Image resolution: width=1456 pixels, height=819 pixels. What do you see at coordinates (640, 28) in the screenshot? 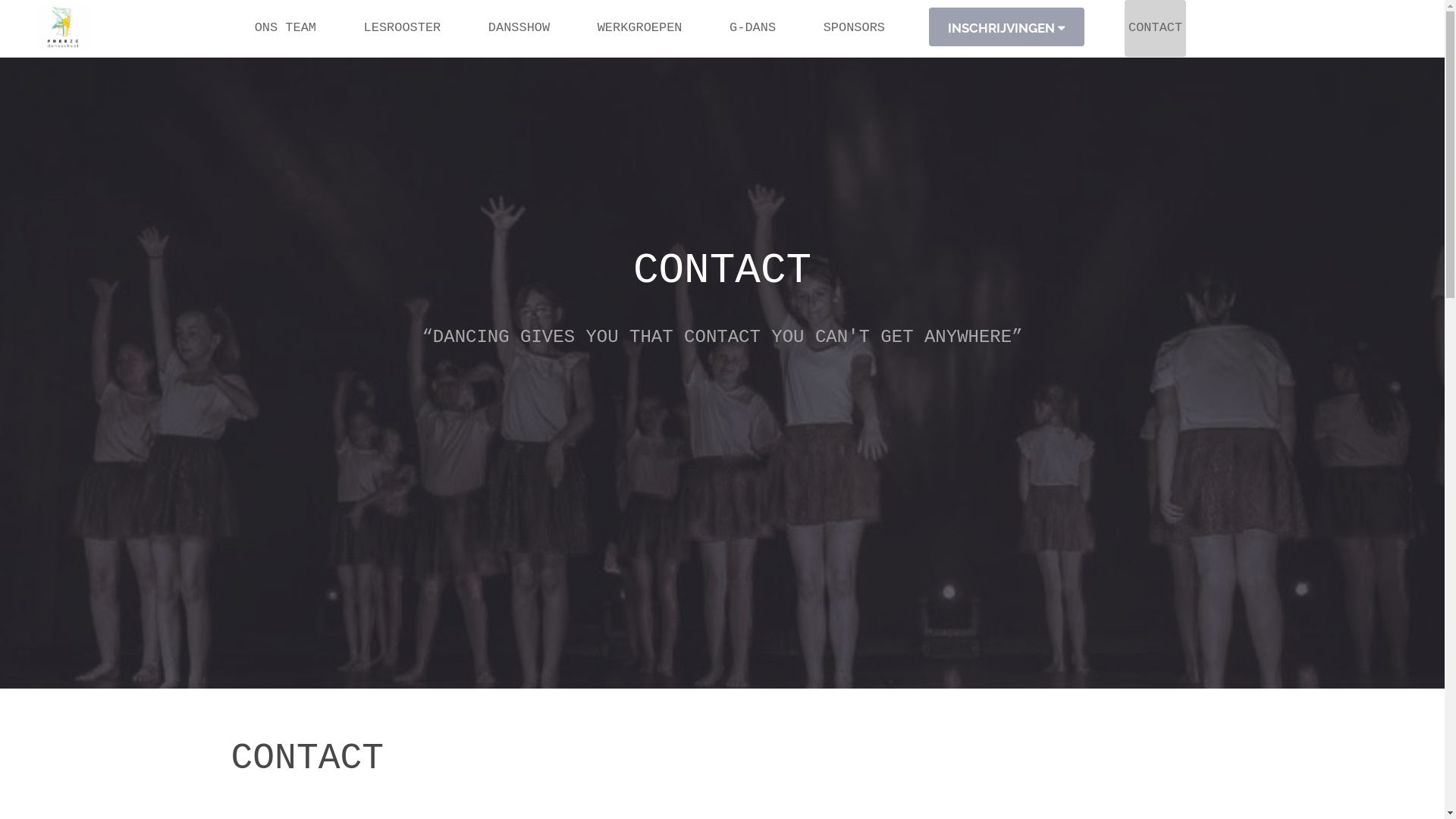
I see `'WERKGROEPEN'` at bounding box center [640, 28].